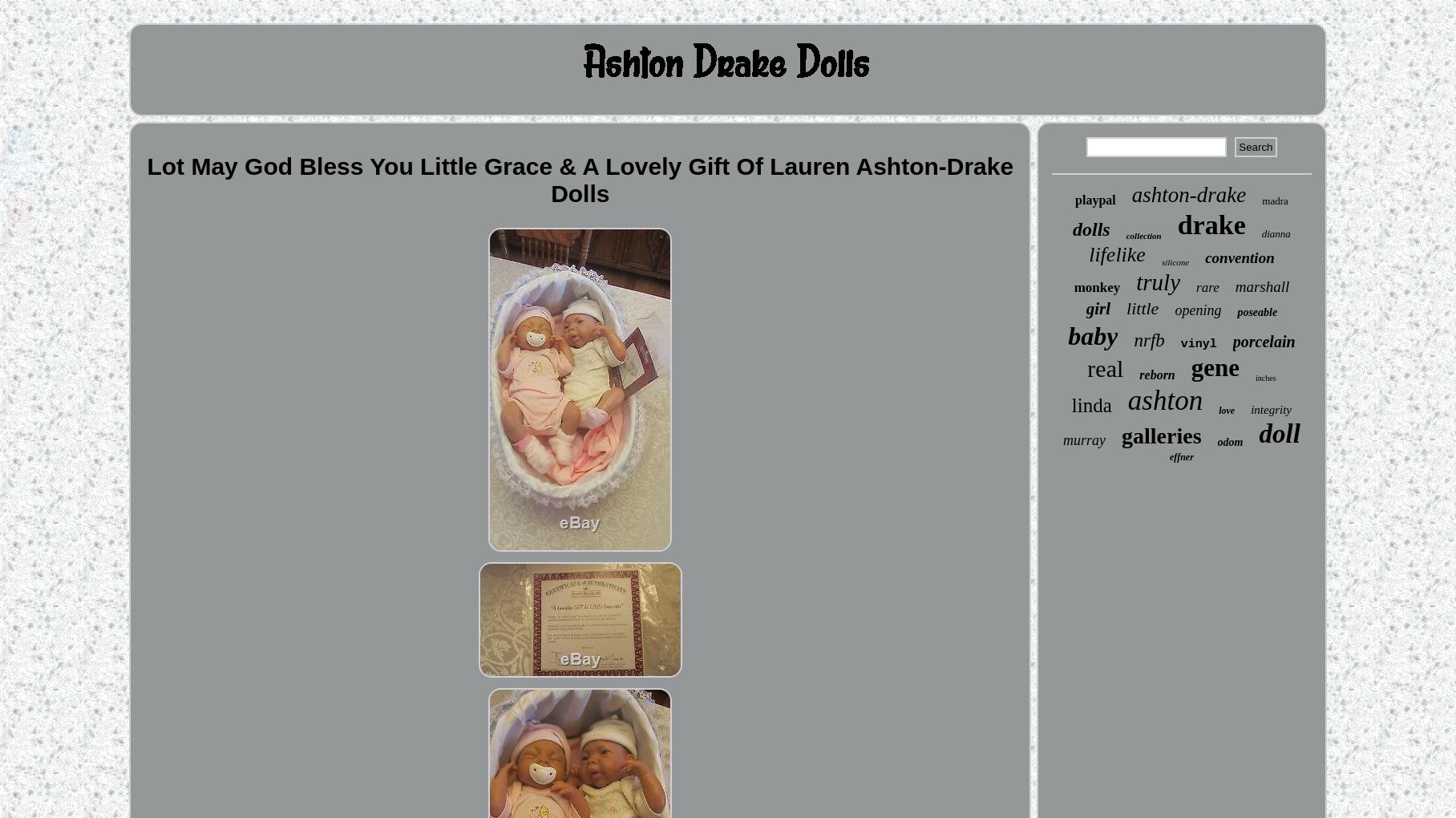  I want to click on 'dolls', so click(1090, 229).